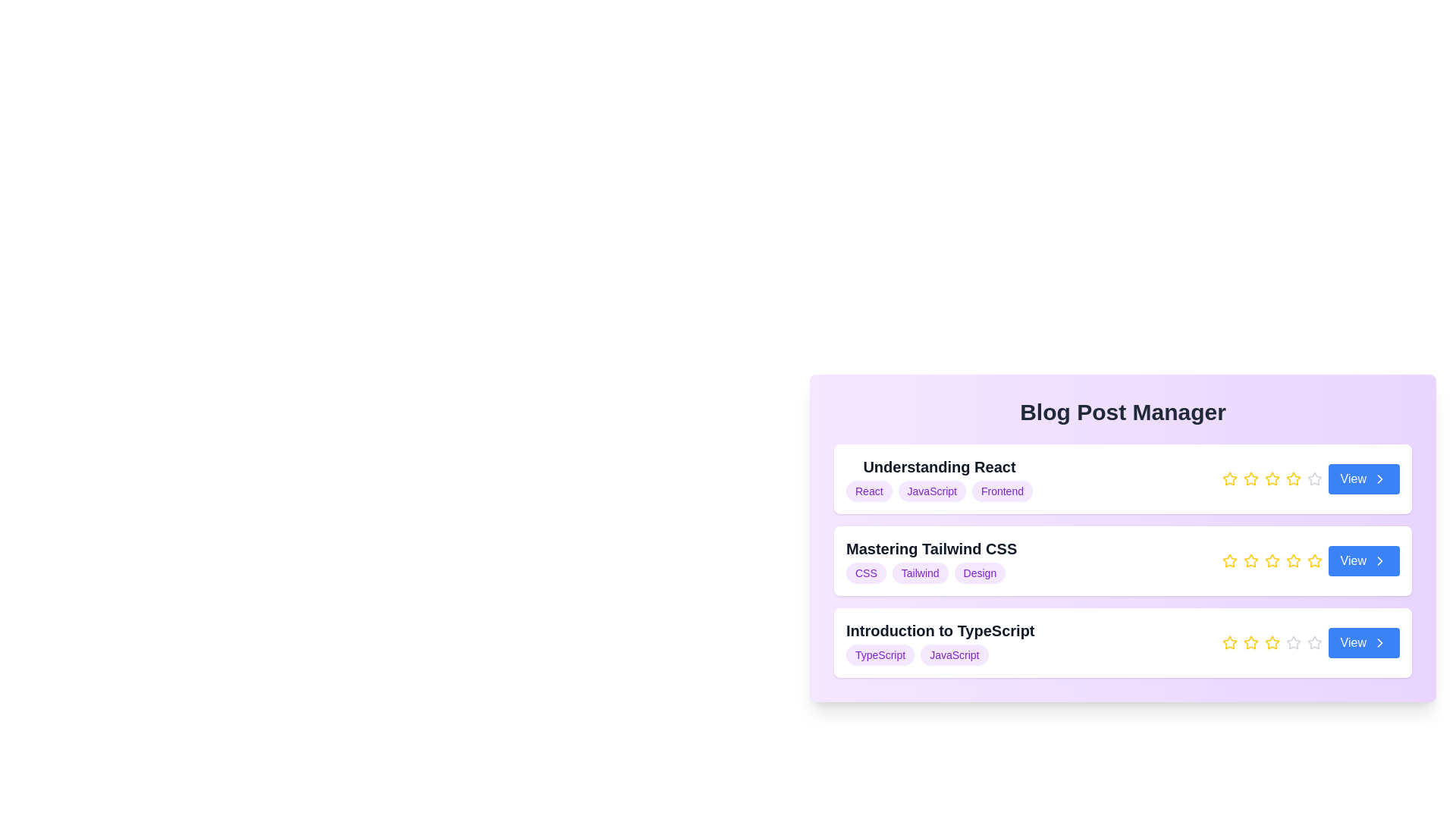 The height and width of the screenshot is (819, 1456). What do you see at coordinates (1250, 479) in the screenshot?
I see `the third star-shaped rating control icon in the 'Understanding React' card of the 'Blog Post Manager' section to visually represent the third rating level` at bounding box center [1250, 479].